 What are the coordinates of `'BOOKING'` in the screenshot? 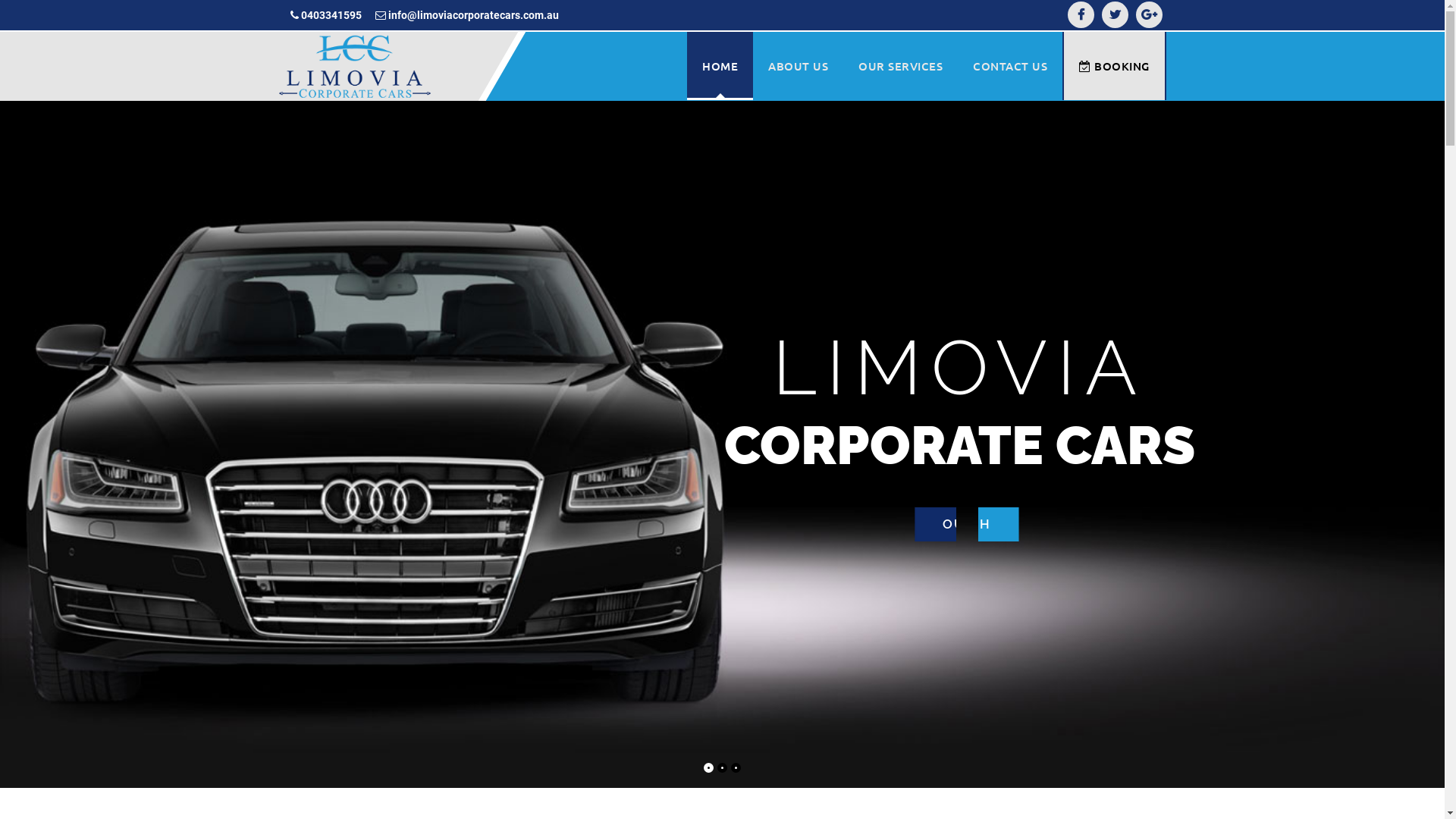 It's located at (1114, 65).